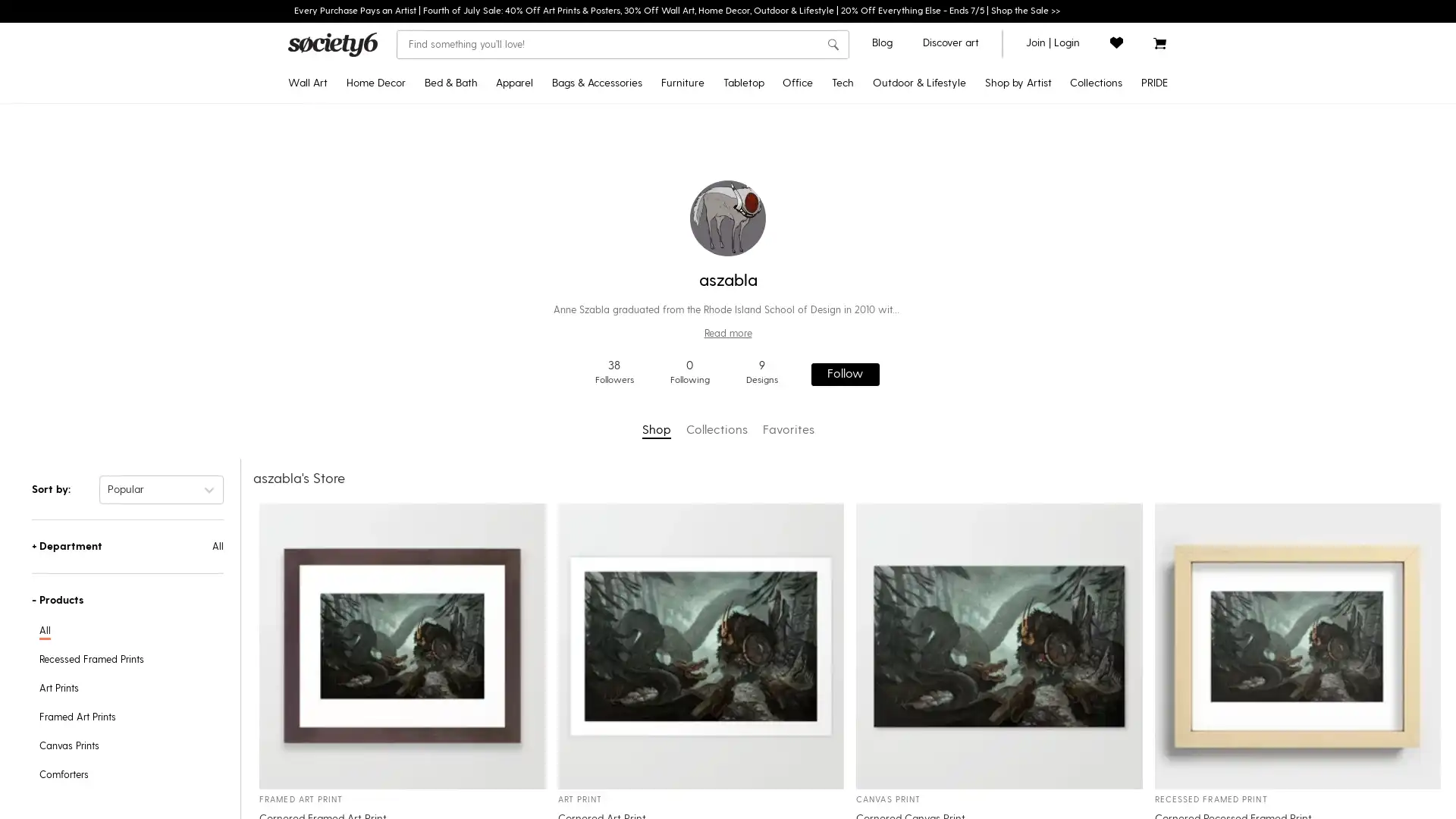 This screenshot has width=1456, height=819. Describe the element at coordinates (404, 292) in the screenshot. I see `Wall Clocks` at that location.